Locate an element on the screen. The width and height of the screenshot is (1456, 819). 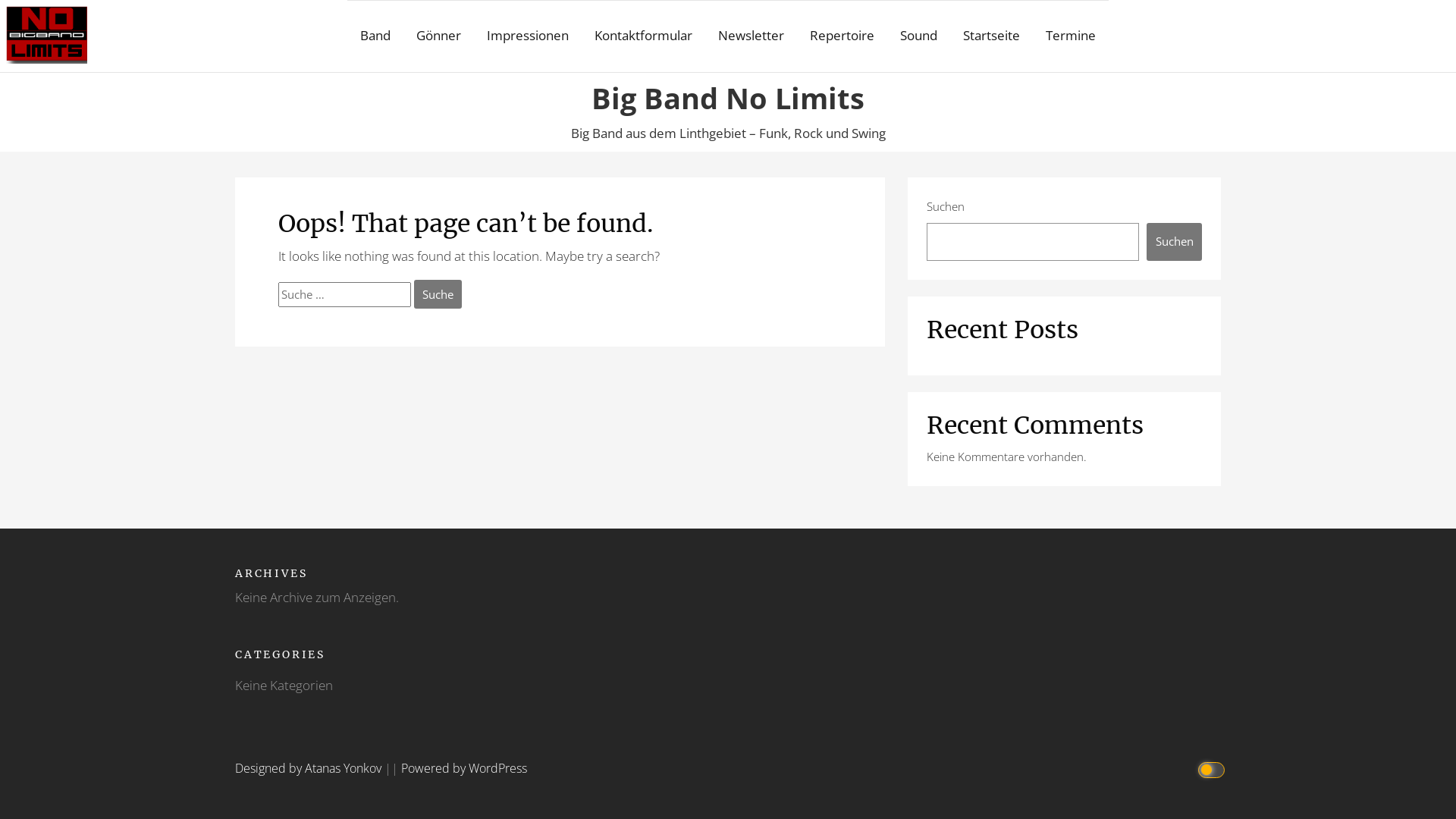
'Band' is located at coordinates (346, 35).